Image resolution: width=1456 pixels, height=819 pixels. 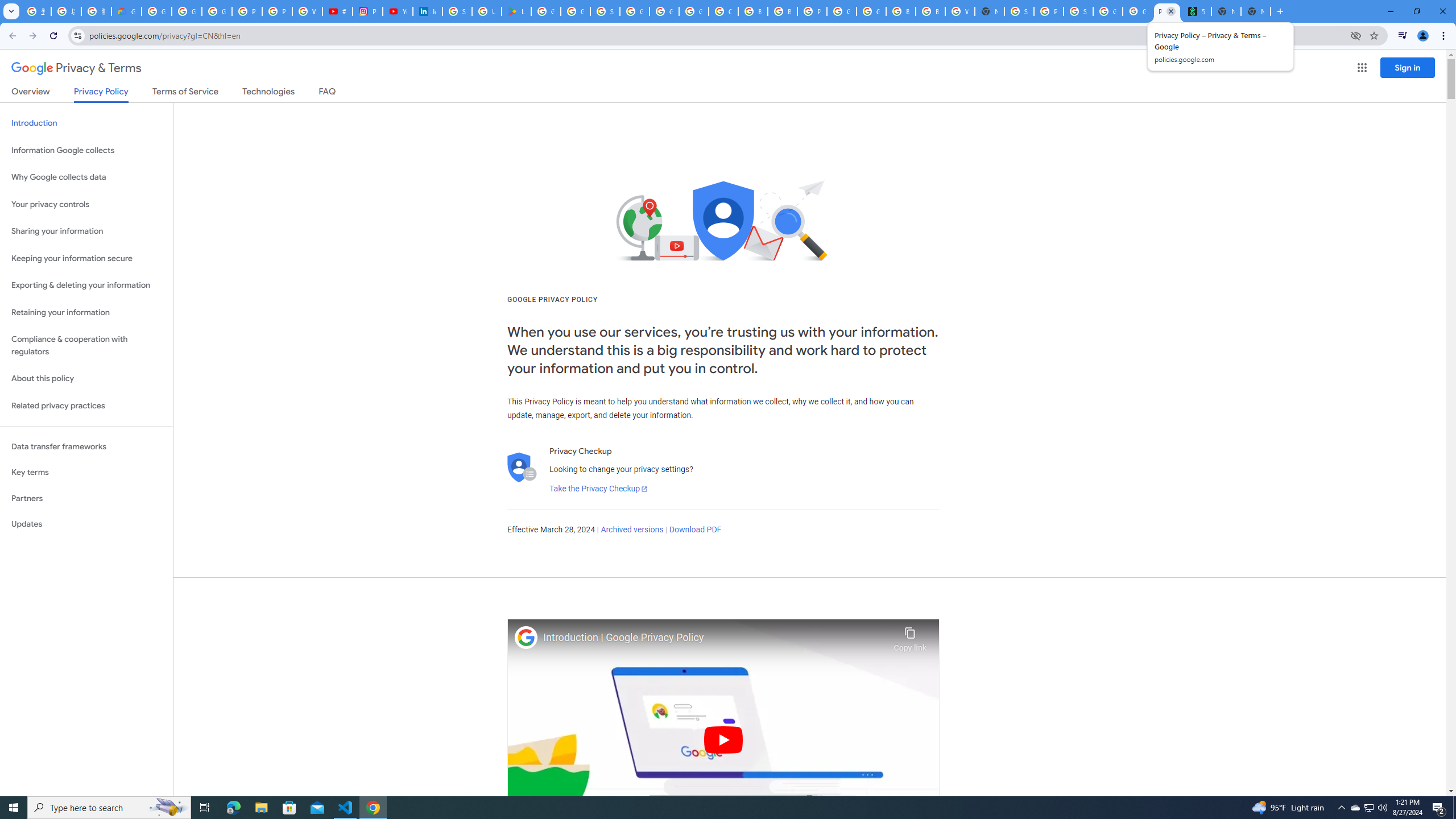 I want to click on 'Take the Privacy Checkup', so click(x=598, y=488).